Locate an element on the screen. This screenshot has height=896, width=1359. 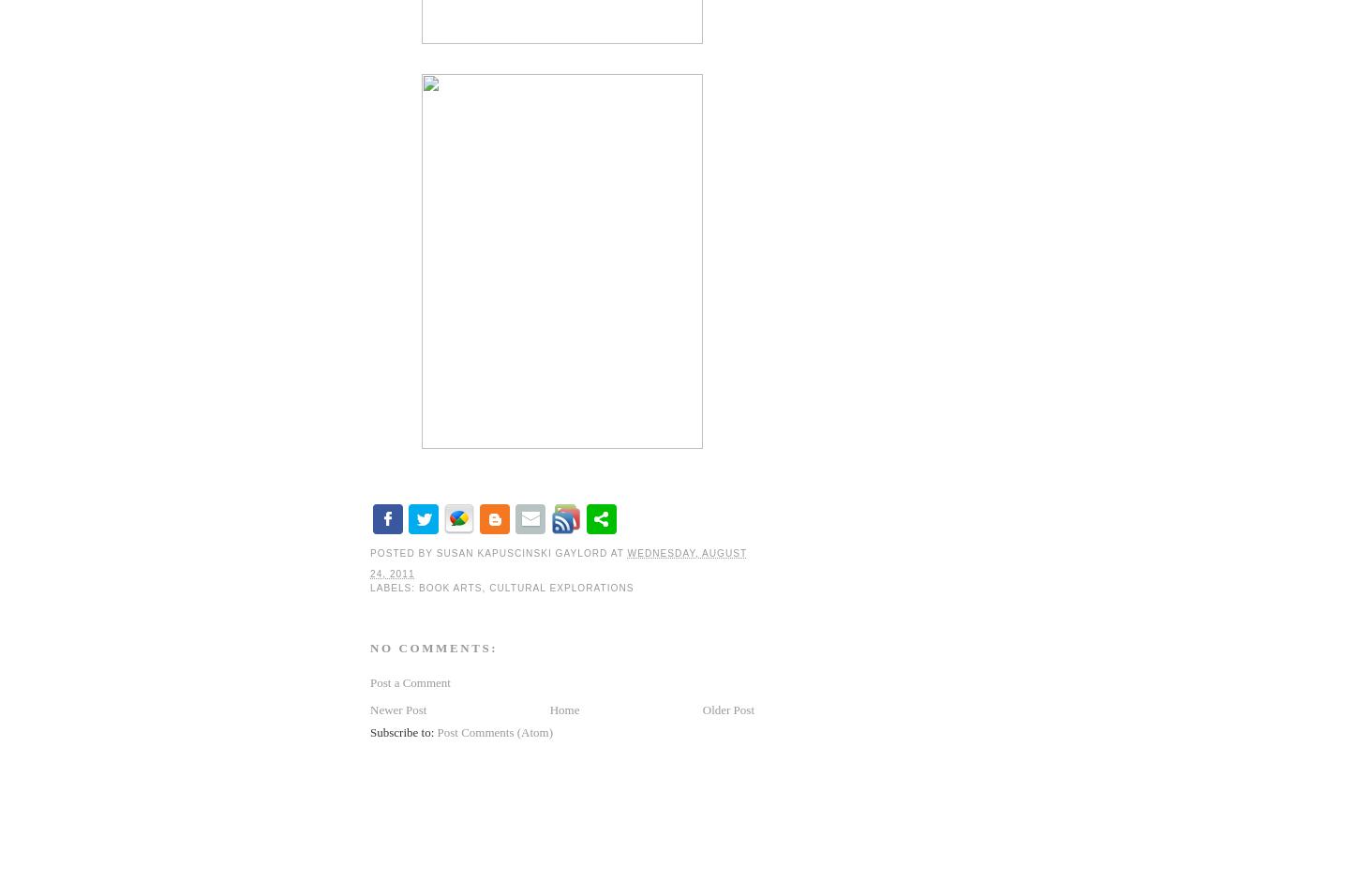
'Newer Post' is located at coordinates (396, 708).